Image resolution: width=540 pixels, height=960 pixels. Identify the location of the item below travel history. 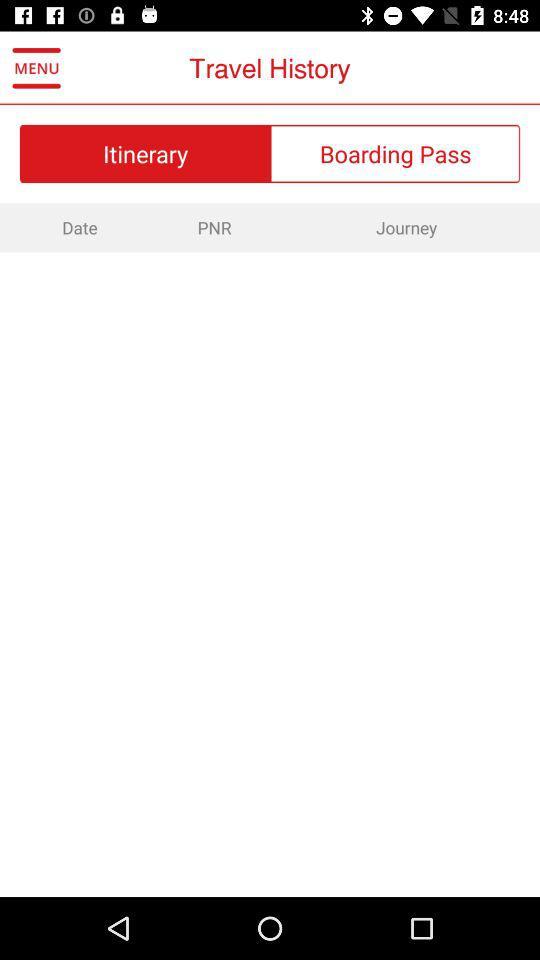
(395, 152).